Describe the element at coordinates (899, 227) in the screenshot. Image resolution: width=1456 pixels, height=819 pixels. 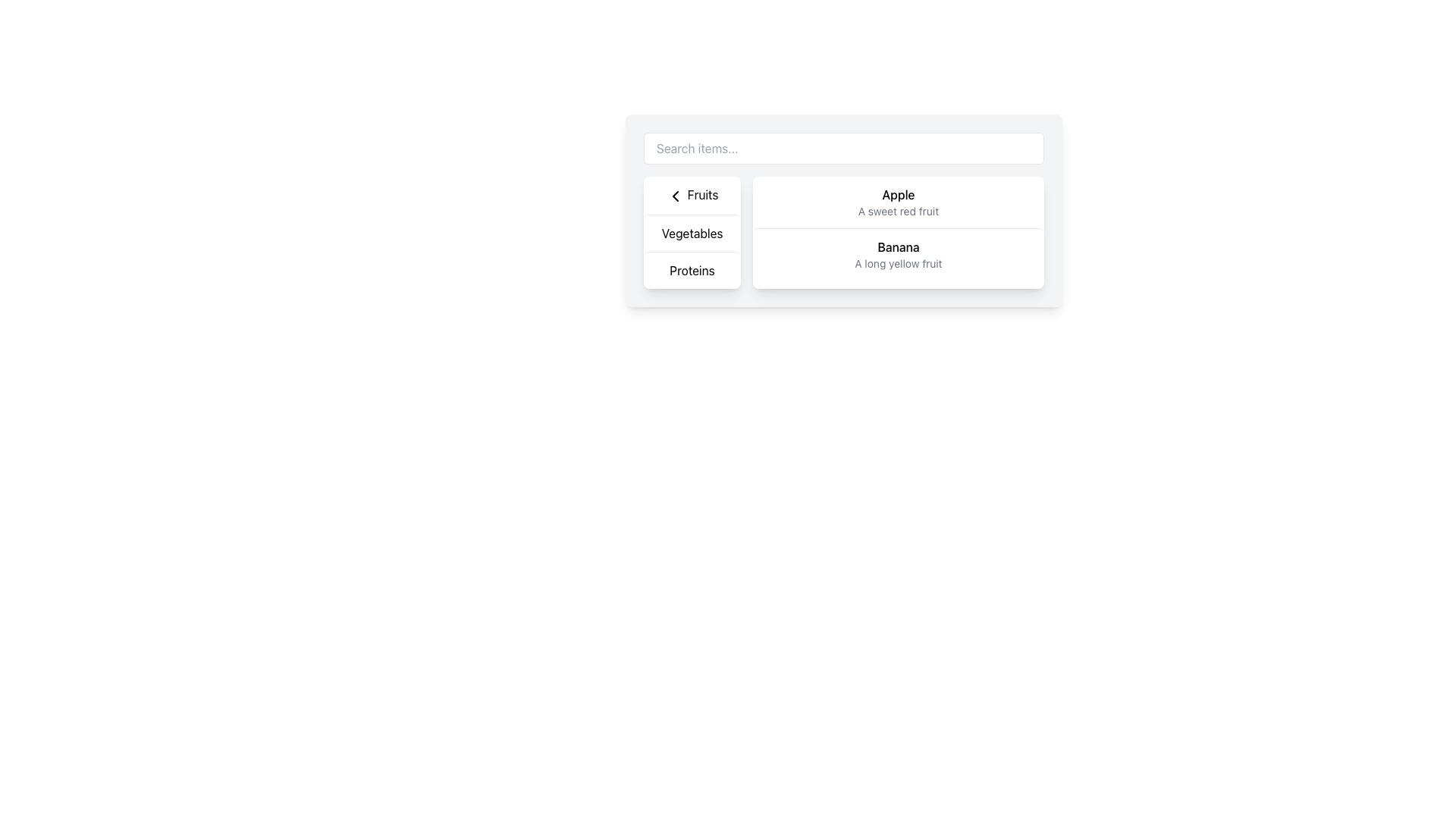
I see `the List section containing categorized entries, which includes 'Apple' and 'Banana' titles with their respective descriptions, located within the dropdown menu under the 'Fruits' category` at that location.